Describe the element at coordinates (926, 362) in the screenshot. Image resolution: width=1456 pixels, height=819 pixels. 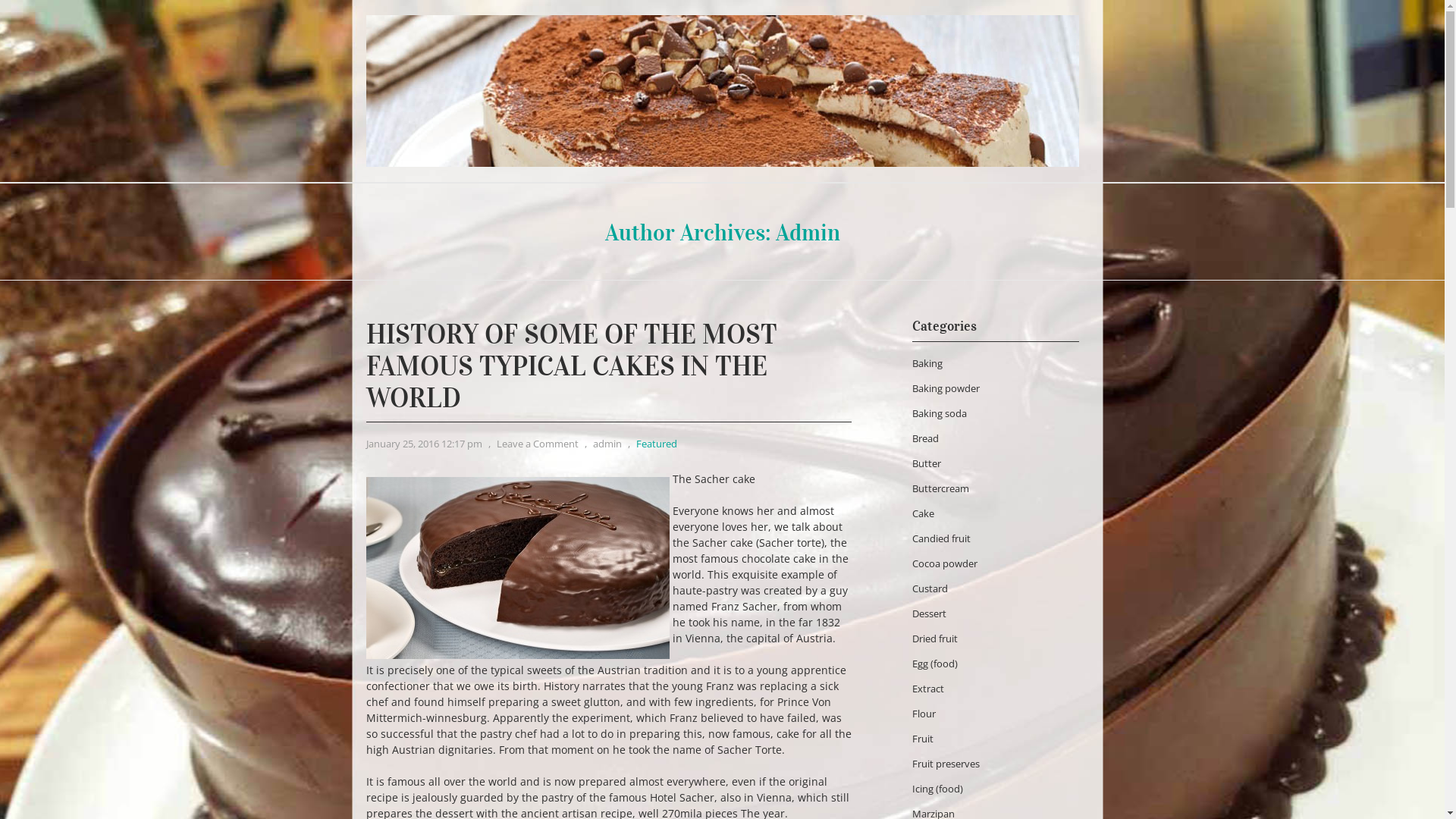
I see `'Baking'` at that location.